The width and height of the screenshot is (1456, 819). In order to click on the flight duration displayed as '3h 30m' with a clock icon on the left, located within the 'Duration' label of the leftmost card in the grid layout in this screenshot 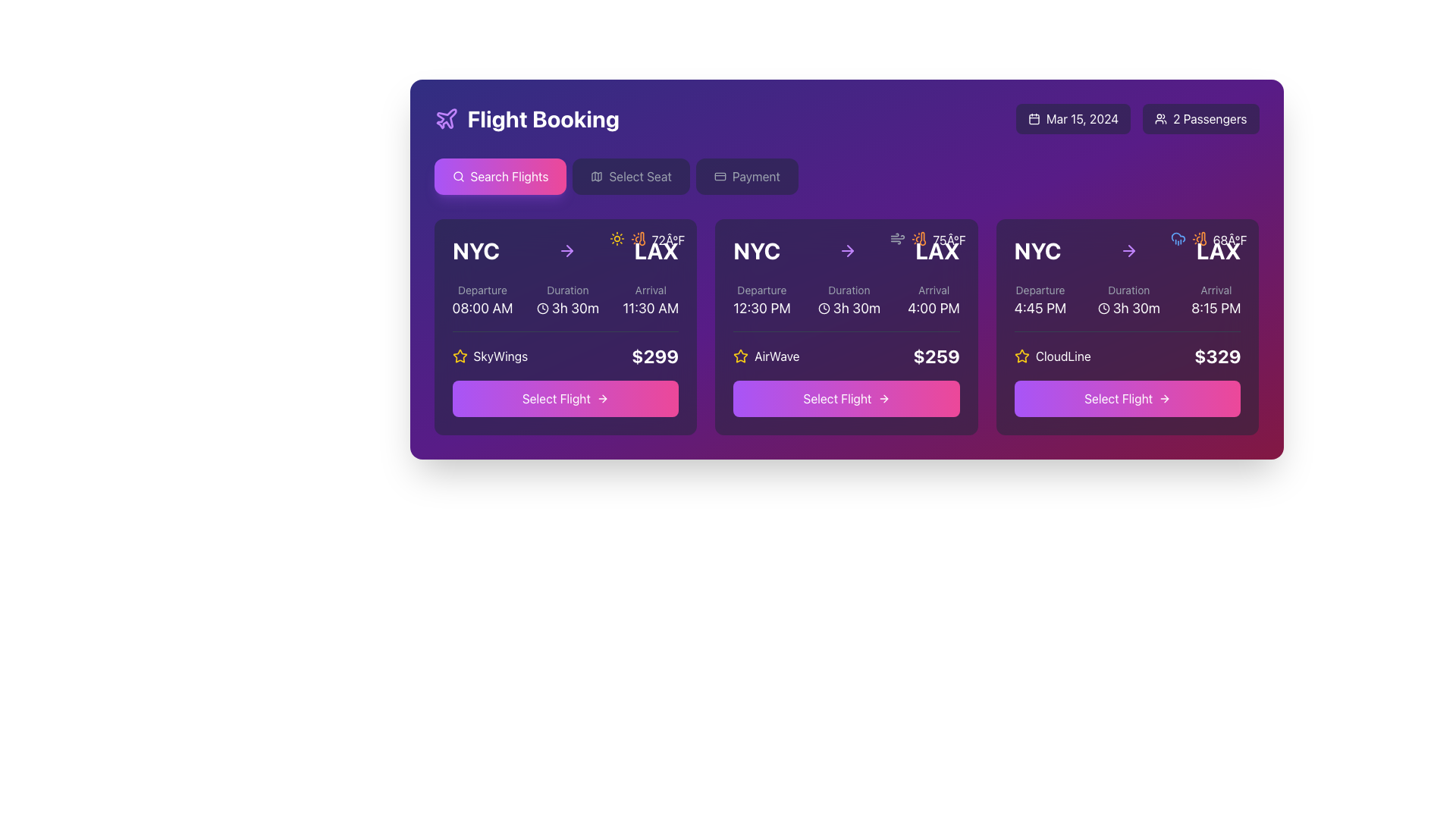, I will do `click(566, 308)`.